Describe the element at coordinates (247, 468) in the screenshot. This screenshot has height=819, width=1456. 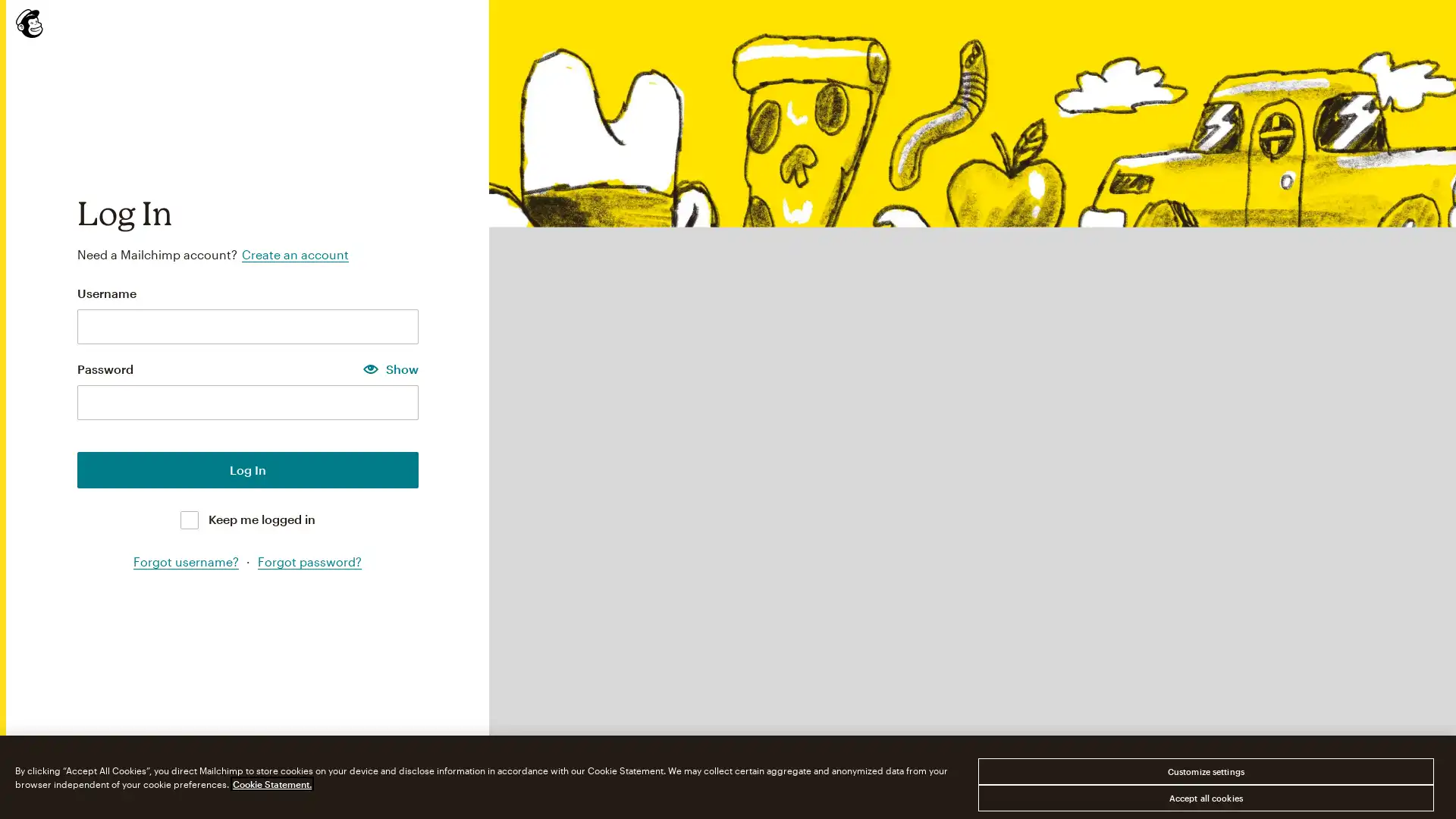
I see `Log In` at that location.